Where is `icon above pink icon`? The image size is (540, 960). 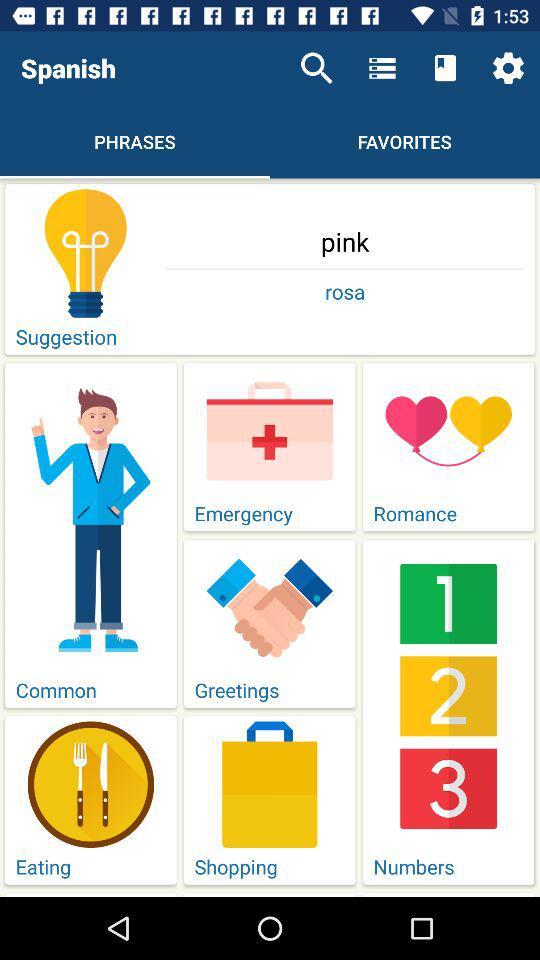
icon above pink icon is located at coordinates (316, 68).